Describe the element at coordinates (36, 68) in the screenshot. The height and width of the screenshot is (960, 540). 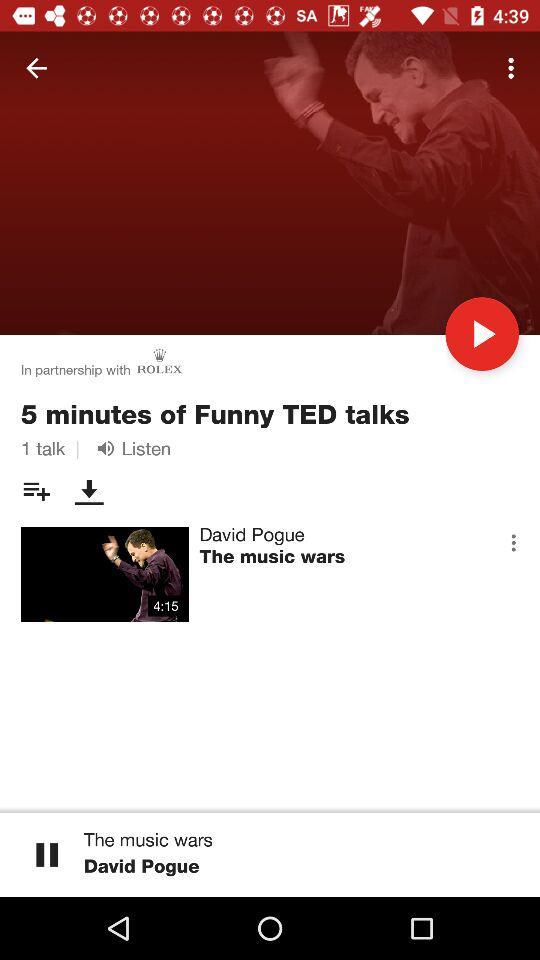
I see `the icon at the top left corner` at that location.